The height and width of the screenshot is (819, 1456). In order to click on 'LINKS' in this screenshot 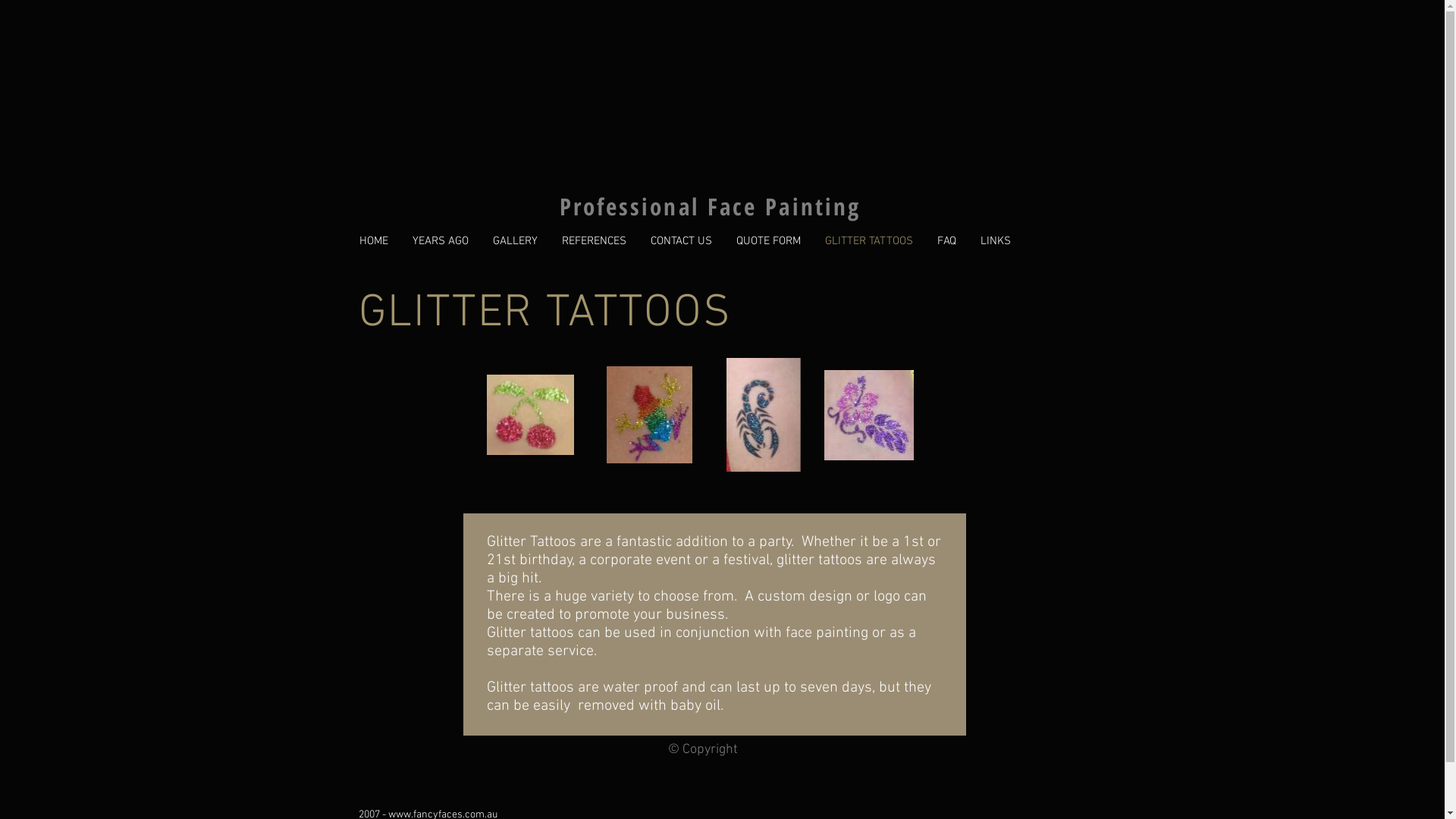, I will do `click(994, 240)`.